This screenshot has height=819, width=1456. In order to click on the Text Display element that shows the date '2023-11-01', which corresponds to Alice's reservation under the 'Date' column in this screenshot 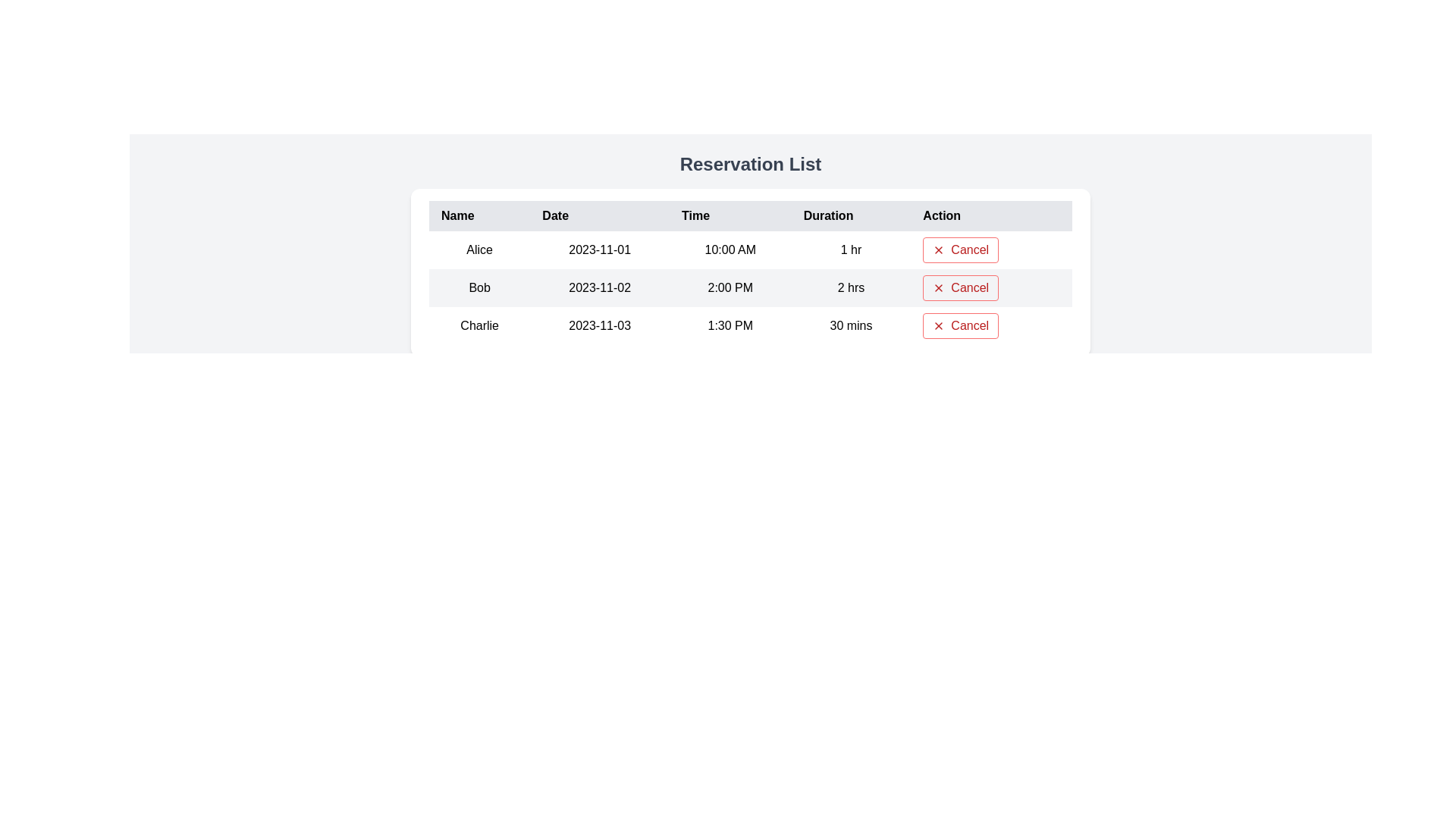, I will do `click(599, 249)`.